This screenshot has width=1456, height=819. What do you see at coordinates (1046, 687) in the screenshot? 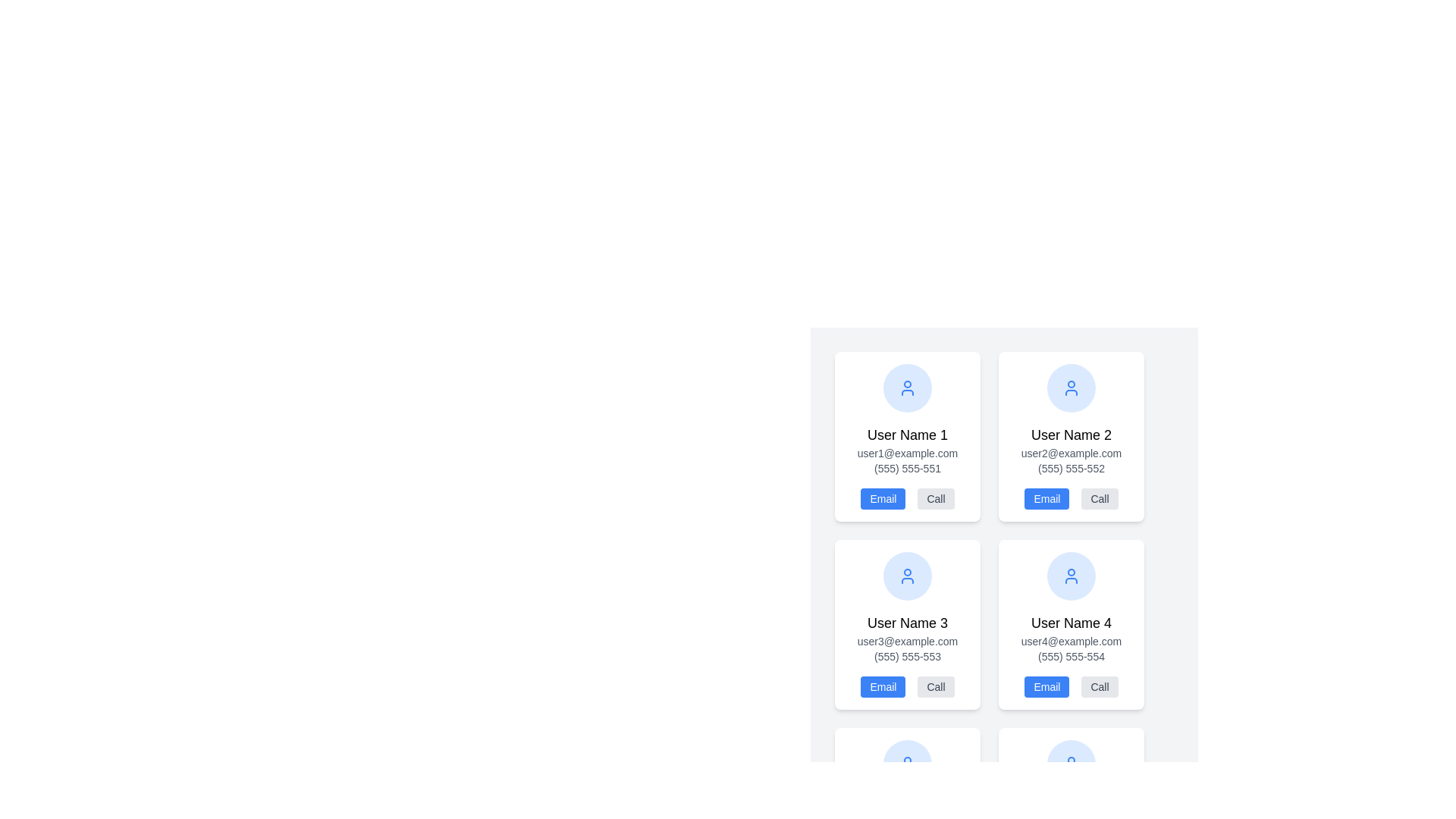
I see `the first button in the user card for 'User Name 4'` at bounding box center [1046, 687].